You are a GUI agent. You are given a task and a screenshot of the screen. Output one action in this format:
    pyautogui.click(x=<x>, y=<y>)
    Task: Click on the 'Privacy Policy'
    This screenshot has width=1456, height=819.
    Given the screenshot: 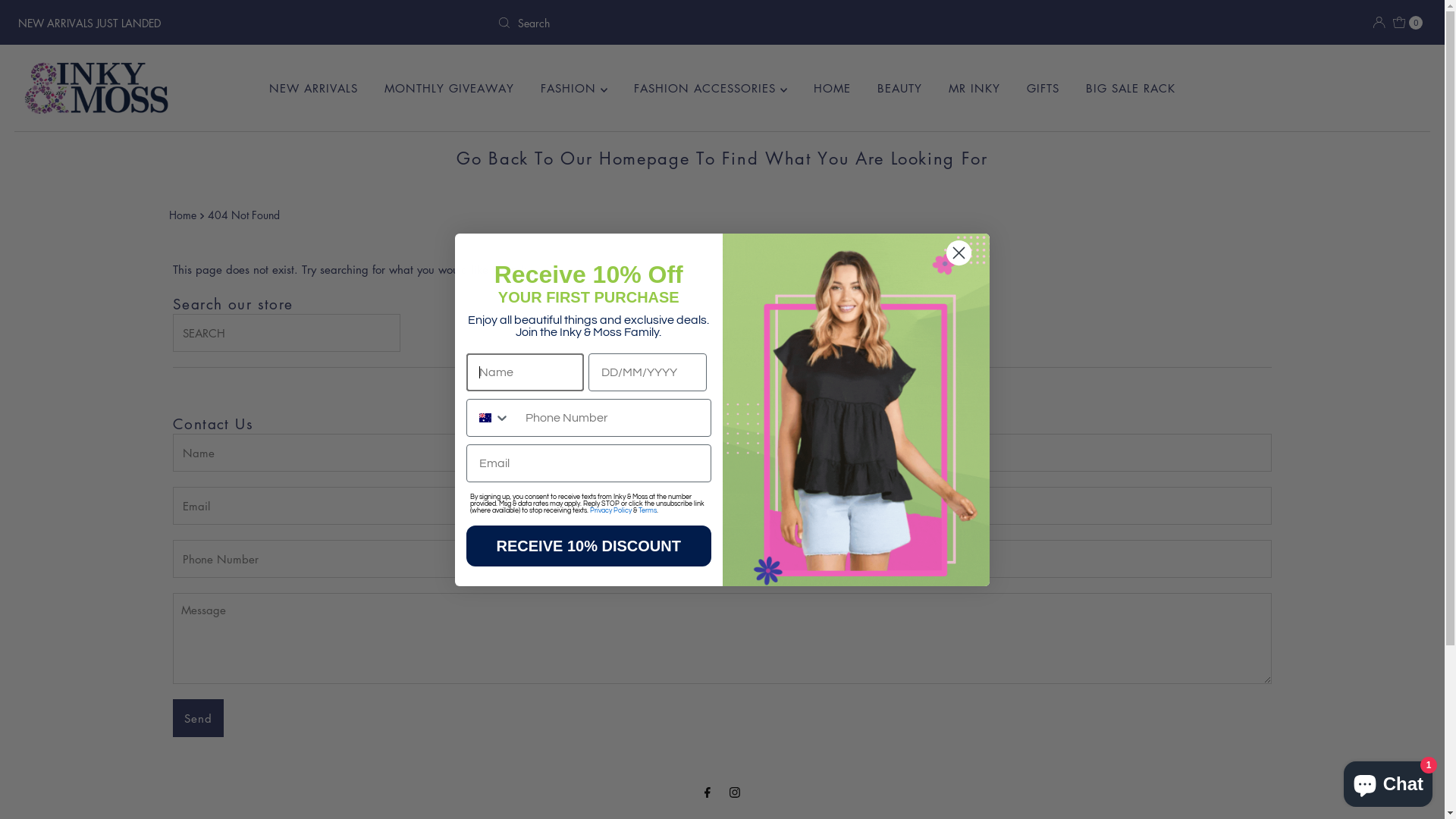 What is the action you would take?
    pyautogui.click(x=610, y=510)
    